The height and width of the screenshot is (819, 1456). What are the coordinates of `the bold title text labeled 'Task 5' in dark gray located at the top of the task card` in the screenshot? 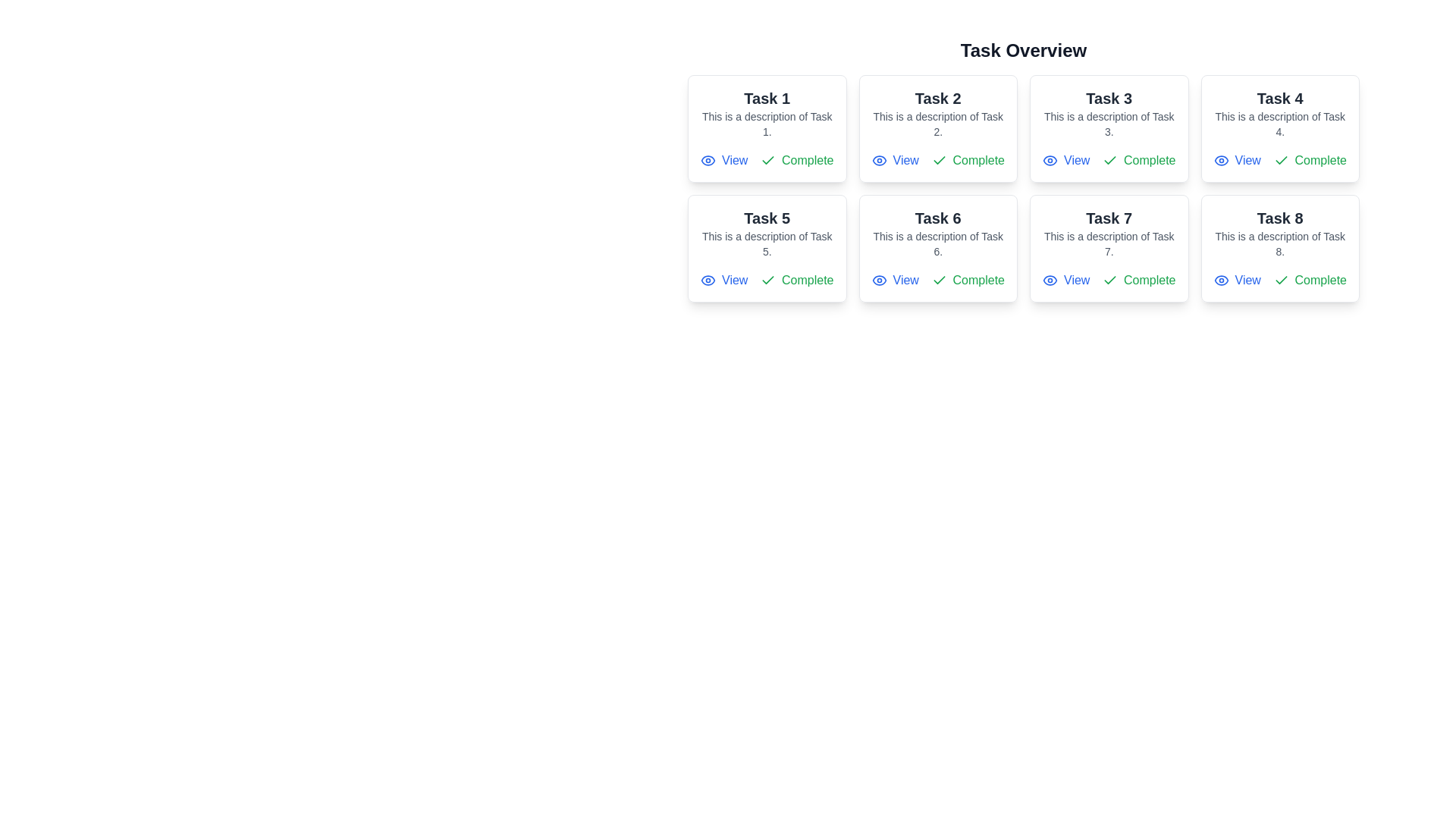 It's located at (767, 218).